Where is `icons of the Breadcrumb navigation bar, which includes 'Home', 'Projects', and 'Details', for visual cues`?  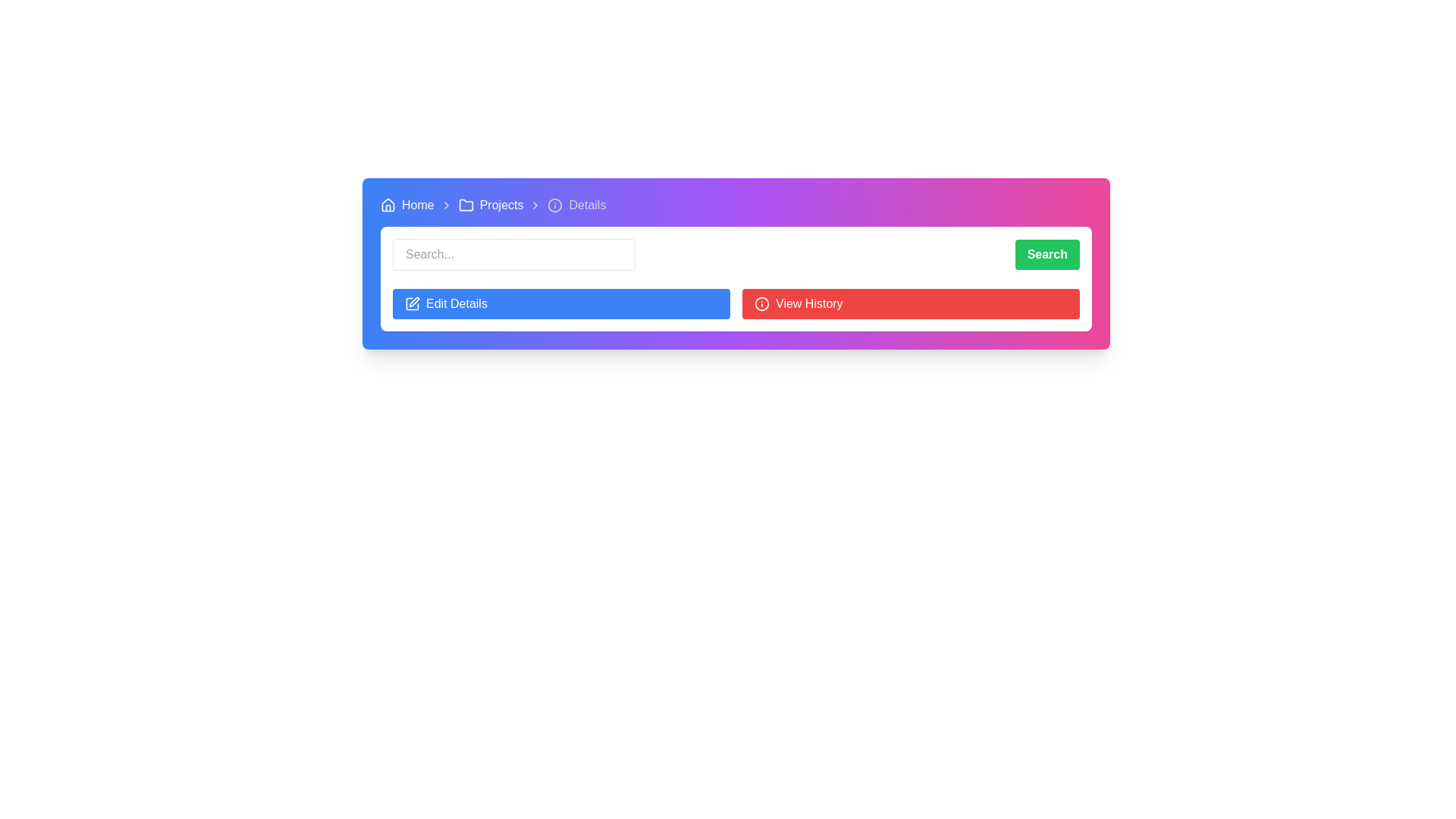 icons of the Breadcrumb navigation bar, which includes 'Home', 'Projects', and 'Details', for visual cues is located at coordinates (736, 205).